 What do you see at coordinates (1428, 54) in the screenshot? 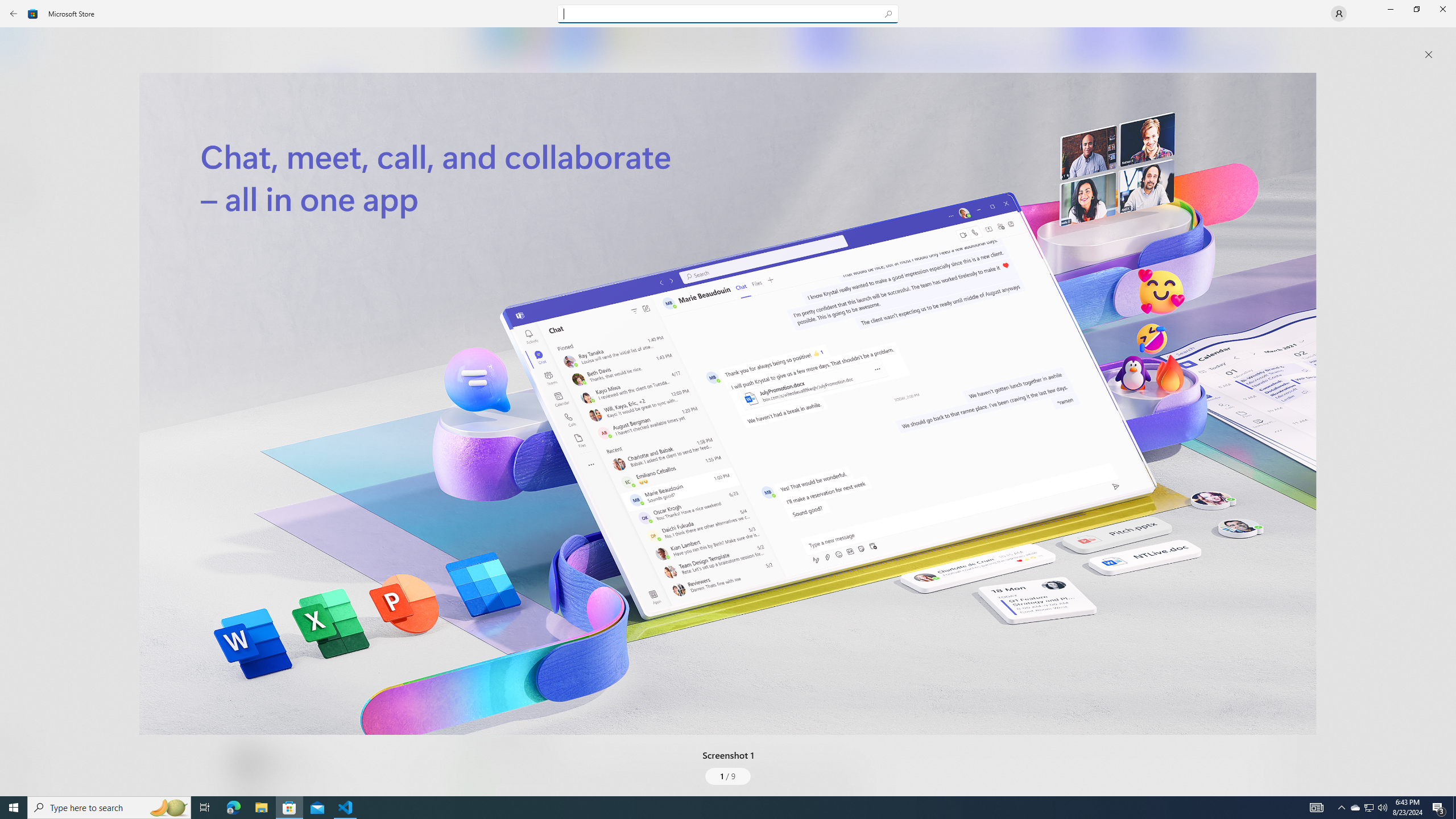
I see `'close popup window'` at bounding box center [1428, 54].